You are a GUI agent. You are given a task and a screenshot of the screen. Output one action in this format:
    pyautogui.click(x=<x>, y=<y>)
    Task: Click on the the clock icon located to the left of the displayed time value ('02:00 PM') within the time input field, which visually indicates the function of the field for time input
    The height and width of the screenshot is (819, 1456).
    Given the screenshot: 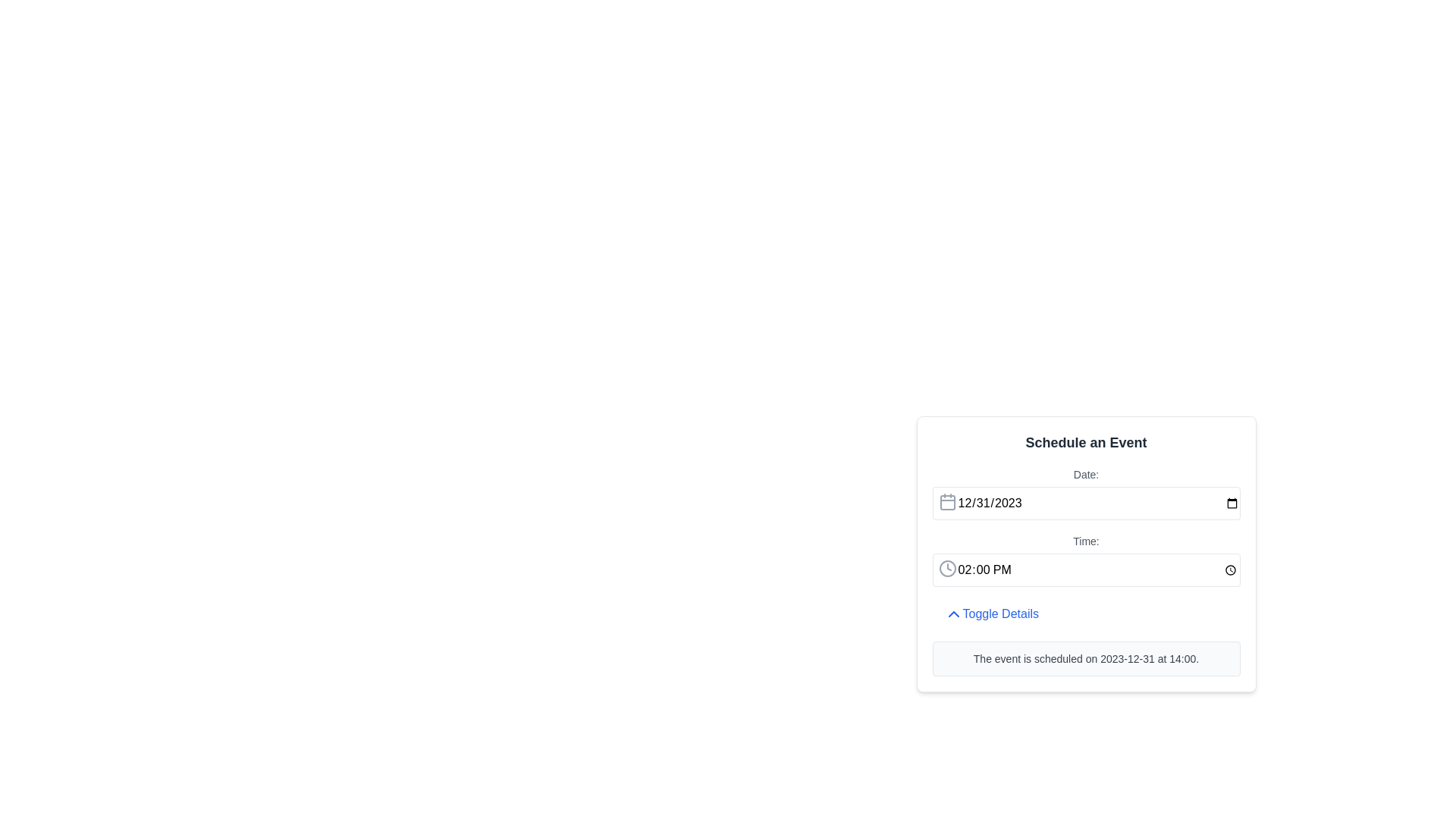 What is the action you would take?
    pyautogui.click(x=946, y=568)
    